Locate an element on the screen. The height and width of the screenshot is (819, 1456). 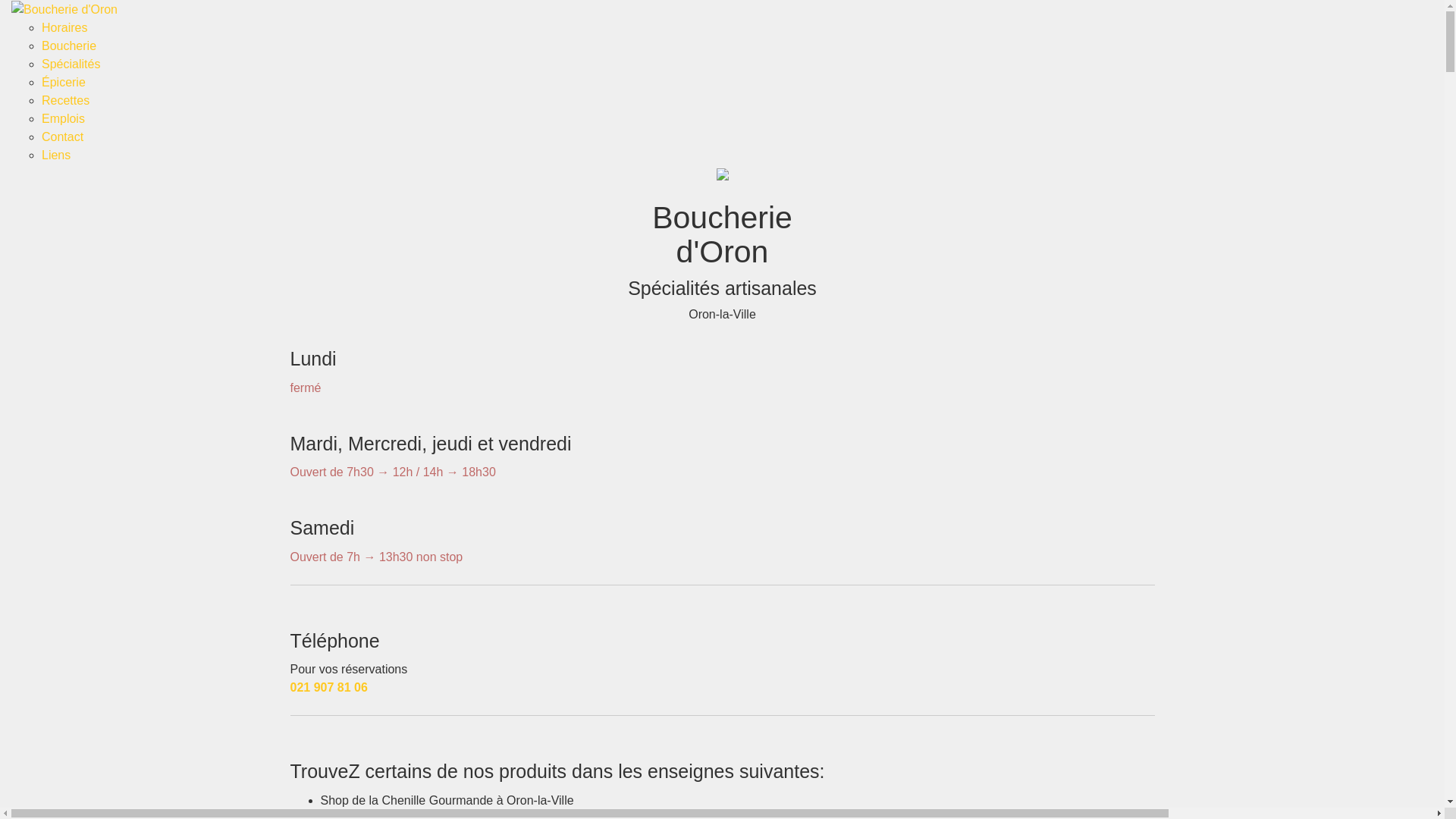
'Contact' is located at coordinates (61, 136).